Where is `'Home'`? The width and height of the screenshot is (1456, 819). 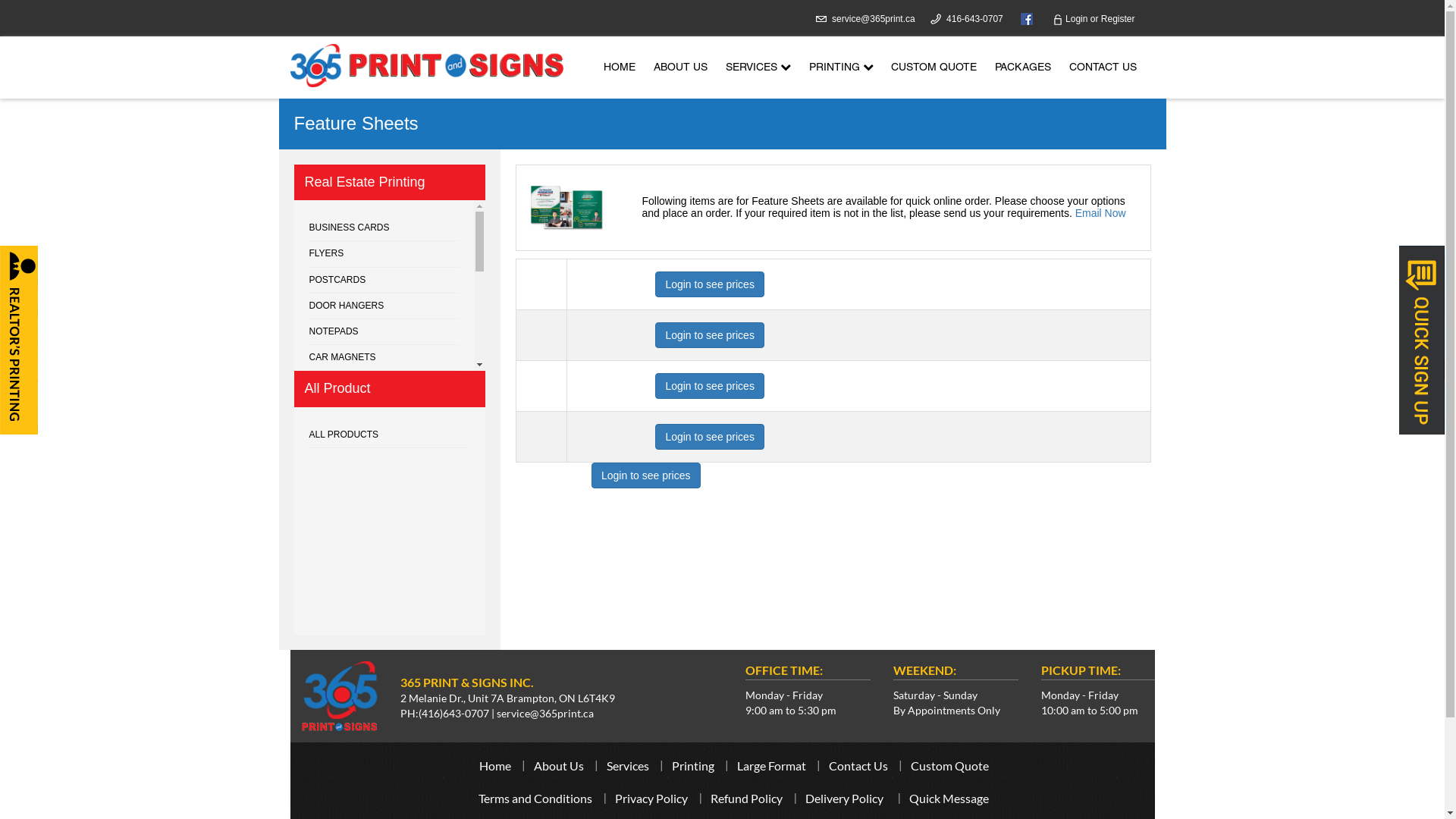
'Home' is located at coordinates (494, 765).